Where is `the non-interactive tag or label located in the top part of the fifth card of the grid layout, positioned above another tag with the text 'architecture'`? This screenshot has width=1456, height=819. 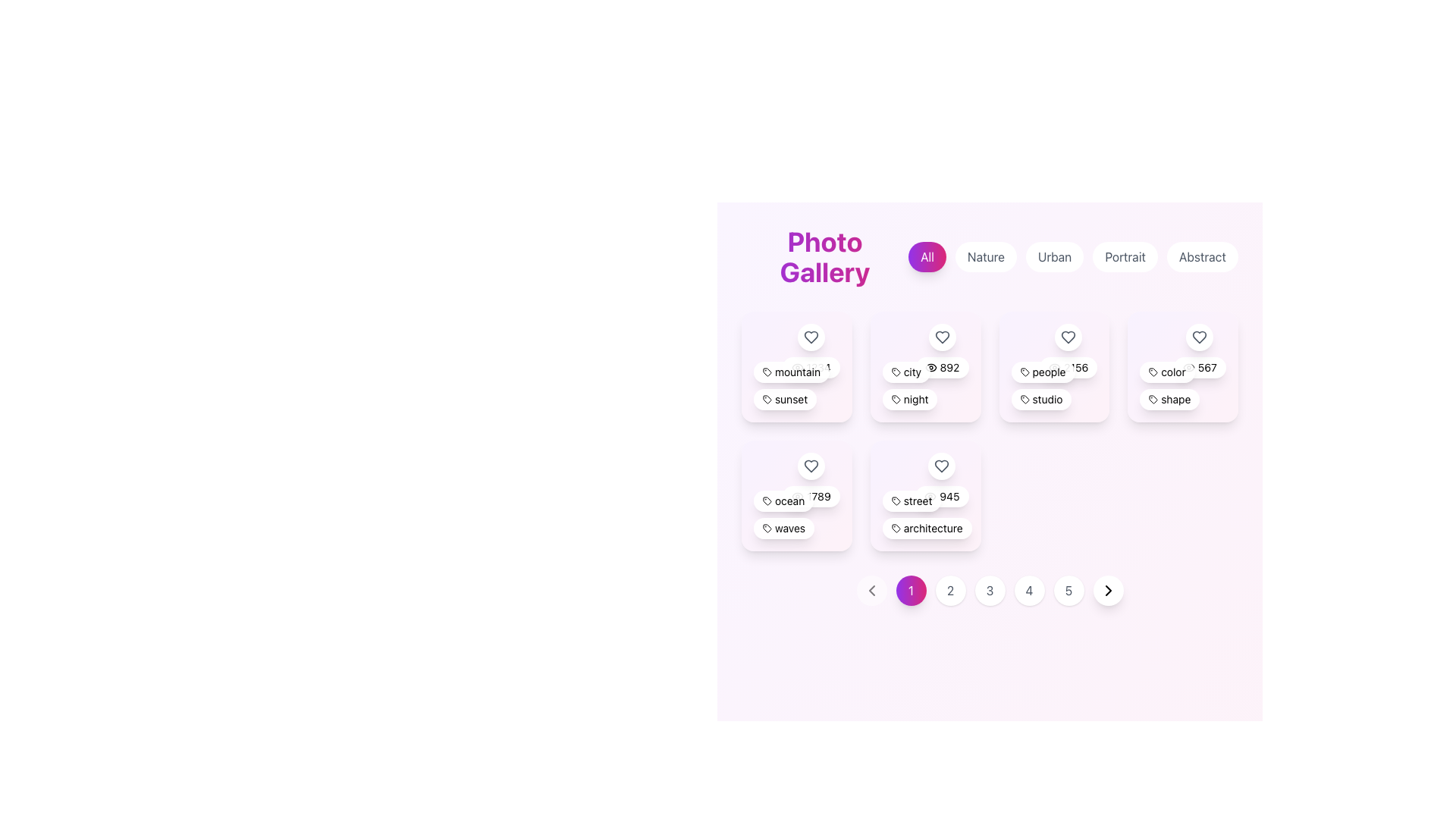
the non-interactive tag or label located in the top part of the fifth card of the grid layout, positioned above another tag with the text 'architecture' is located at coordinates (911, 500).